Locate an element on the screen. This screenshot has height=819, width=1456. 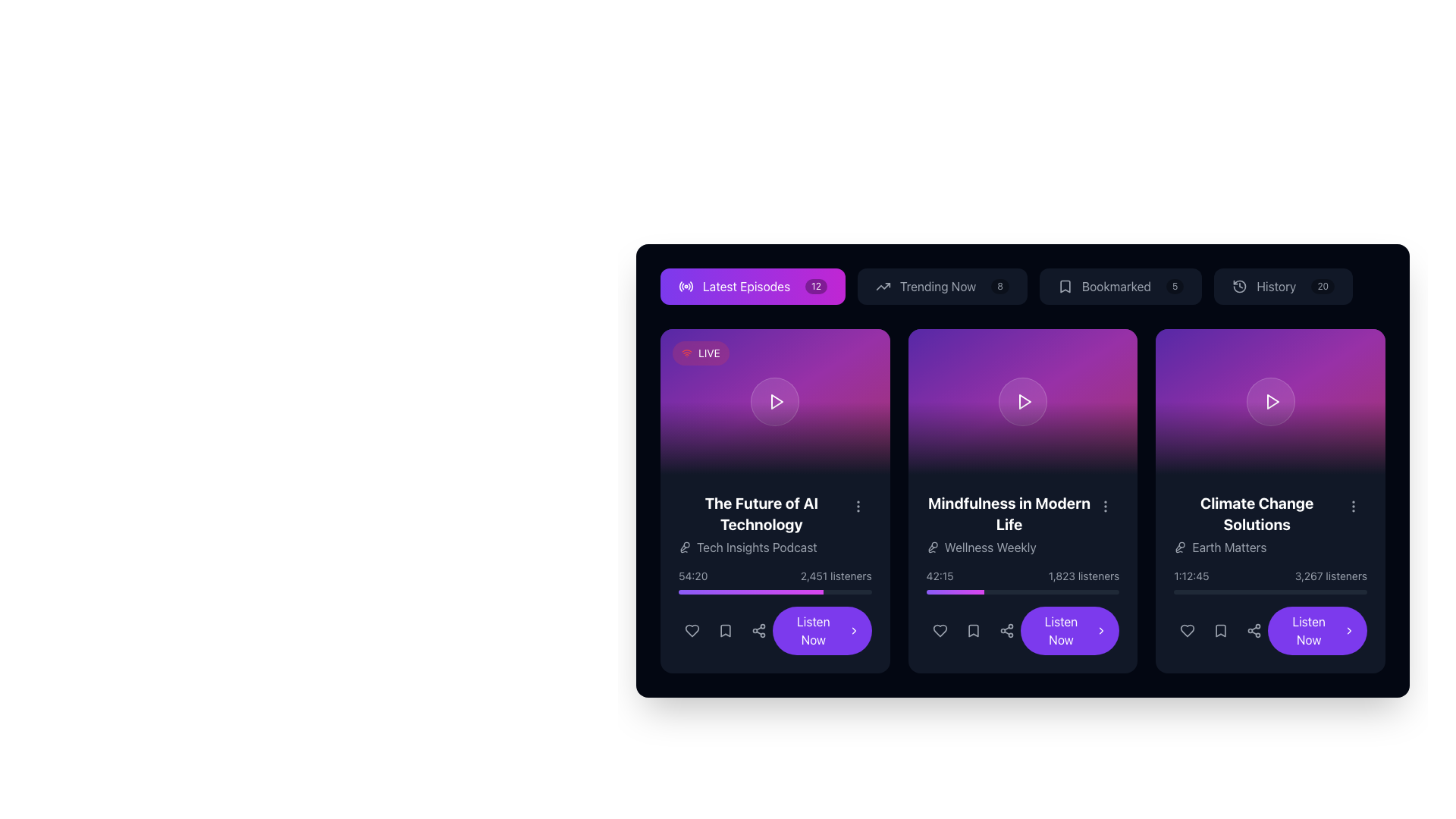
text displayed on the Label located at the bottom section of the 'Climate Change Solutions' card, which provides playback duration and listener count is located at coordinates (1270, 610).